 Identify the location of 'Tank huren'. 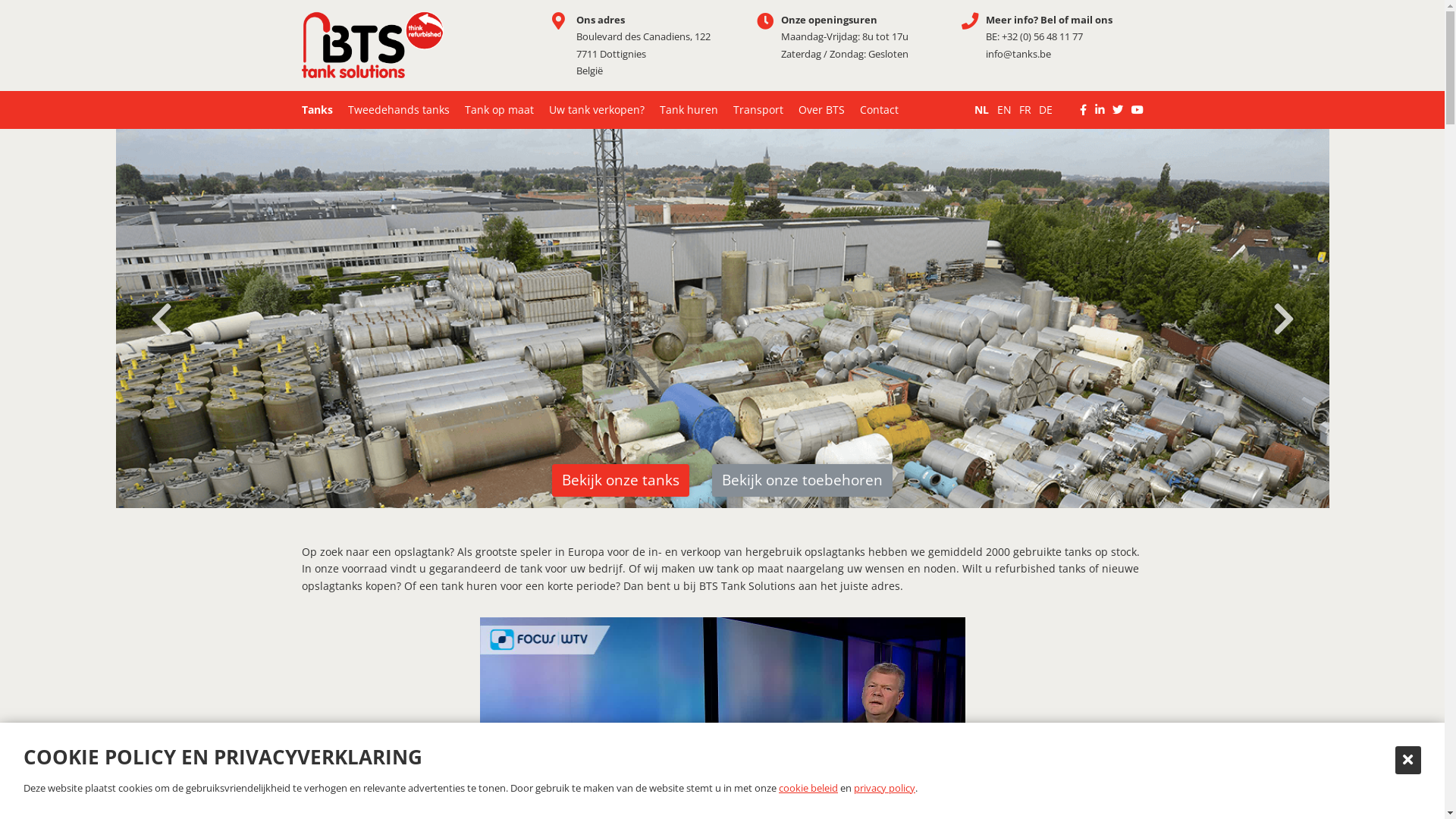
(688, 109).